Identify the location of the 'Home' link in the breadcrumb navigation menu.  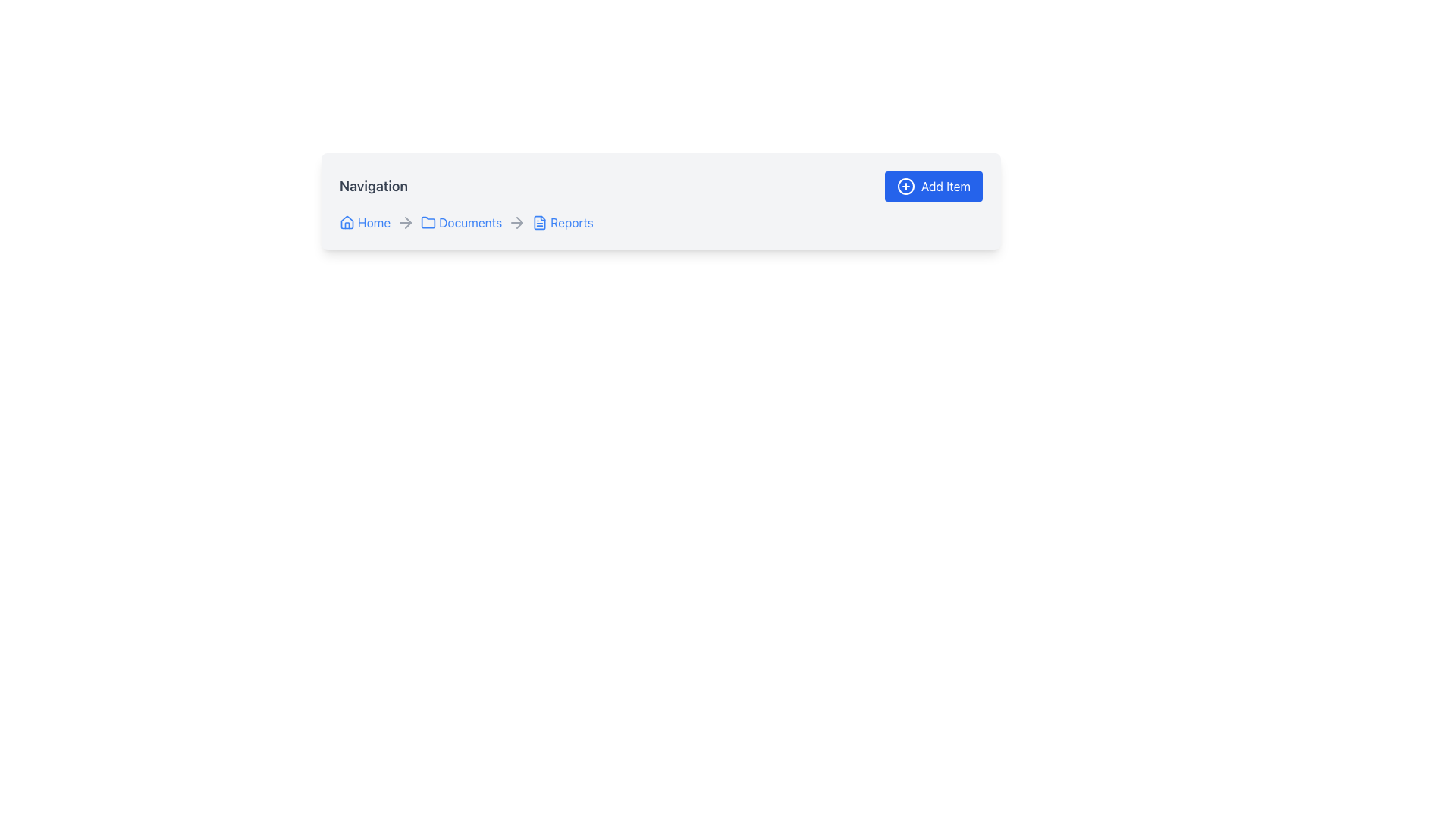
(365, 222).